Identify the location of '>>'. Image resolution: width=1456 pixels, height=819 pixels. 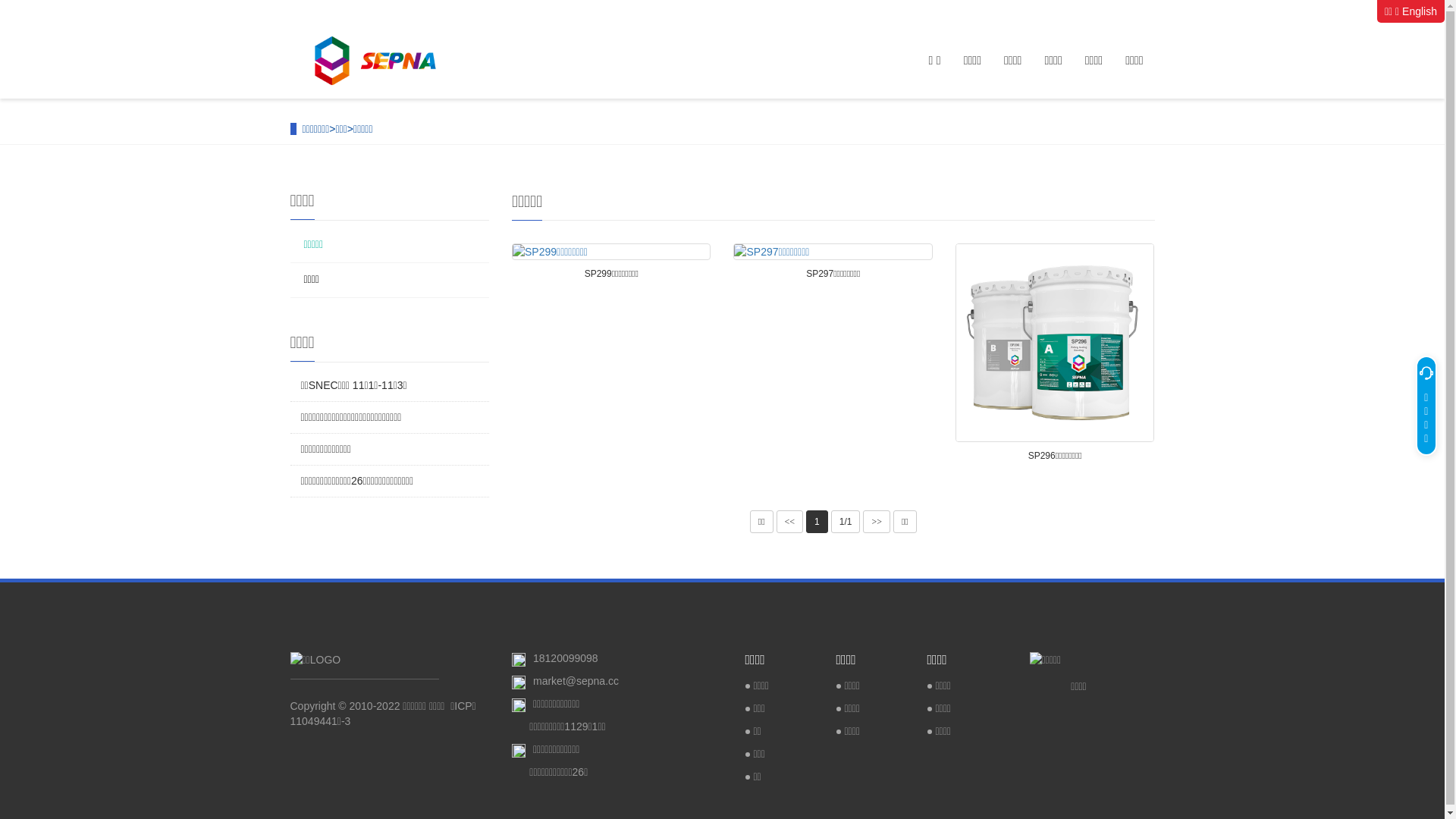
(877, 520).